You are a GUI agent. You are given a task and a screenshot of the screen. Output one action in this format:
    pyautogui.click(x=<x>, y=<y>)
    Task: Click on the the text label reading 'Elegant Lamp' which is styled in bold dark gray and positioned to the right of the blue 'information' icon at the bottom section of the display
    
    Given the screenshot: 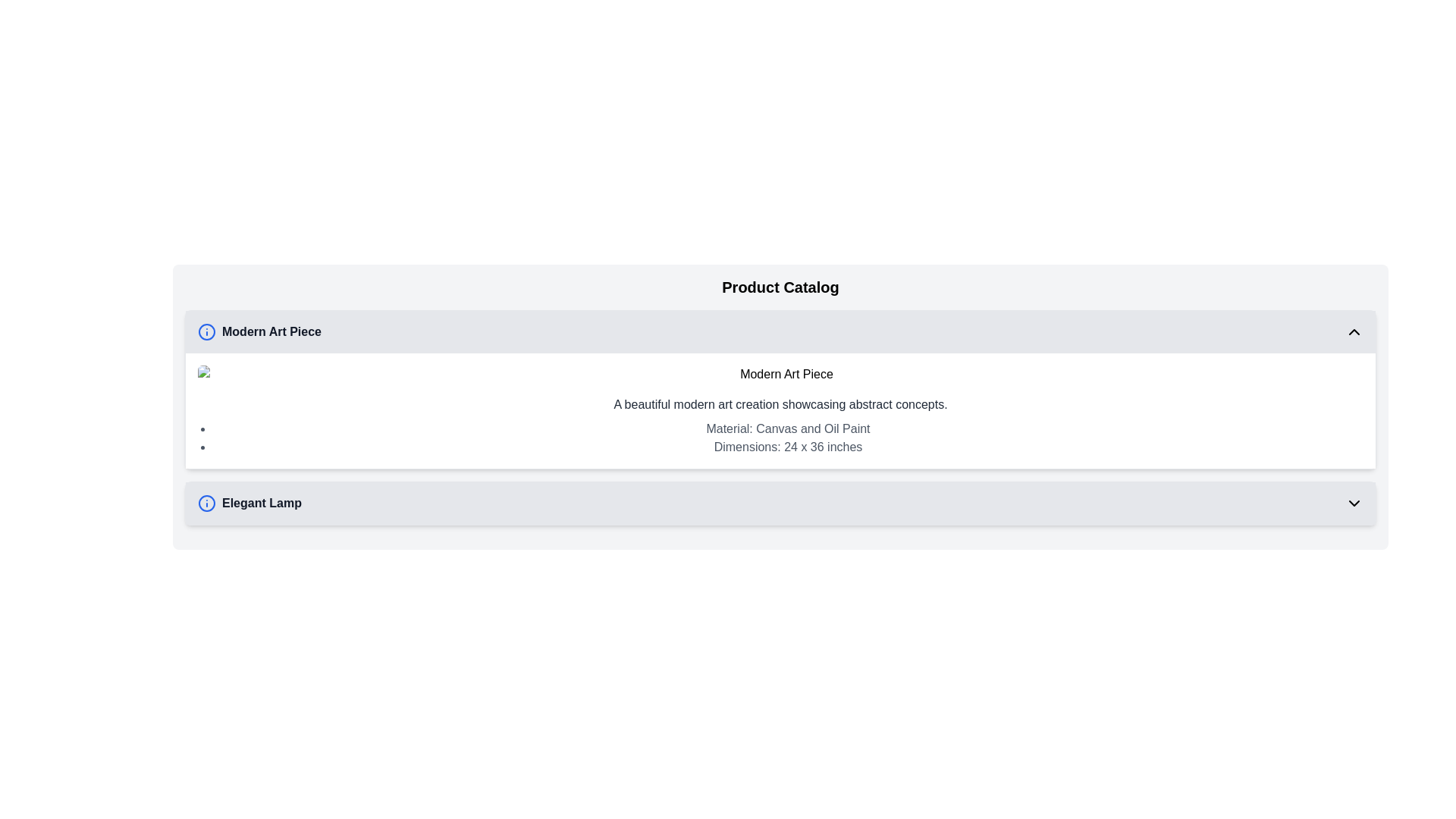 What is the action you would take?
    pyautogui.click(x=262, y=503)
    